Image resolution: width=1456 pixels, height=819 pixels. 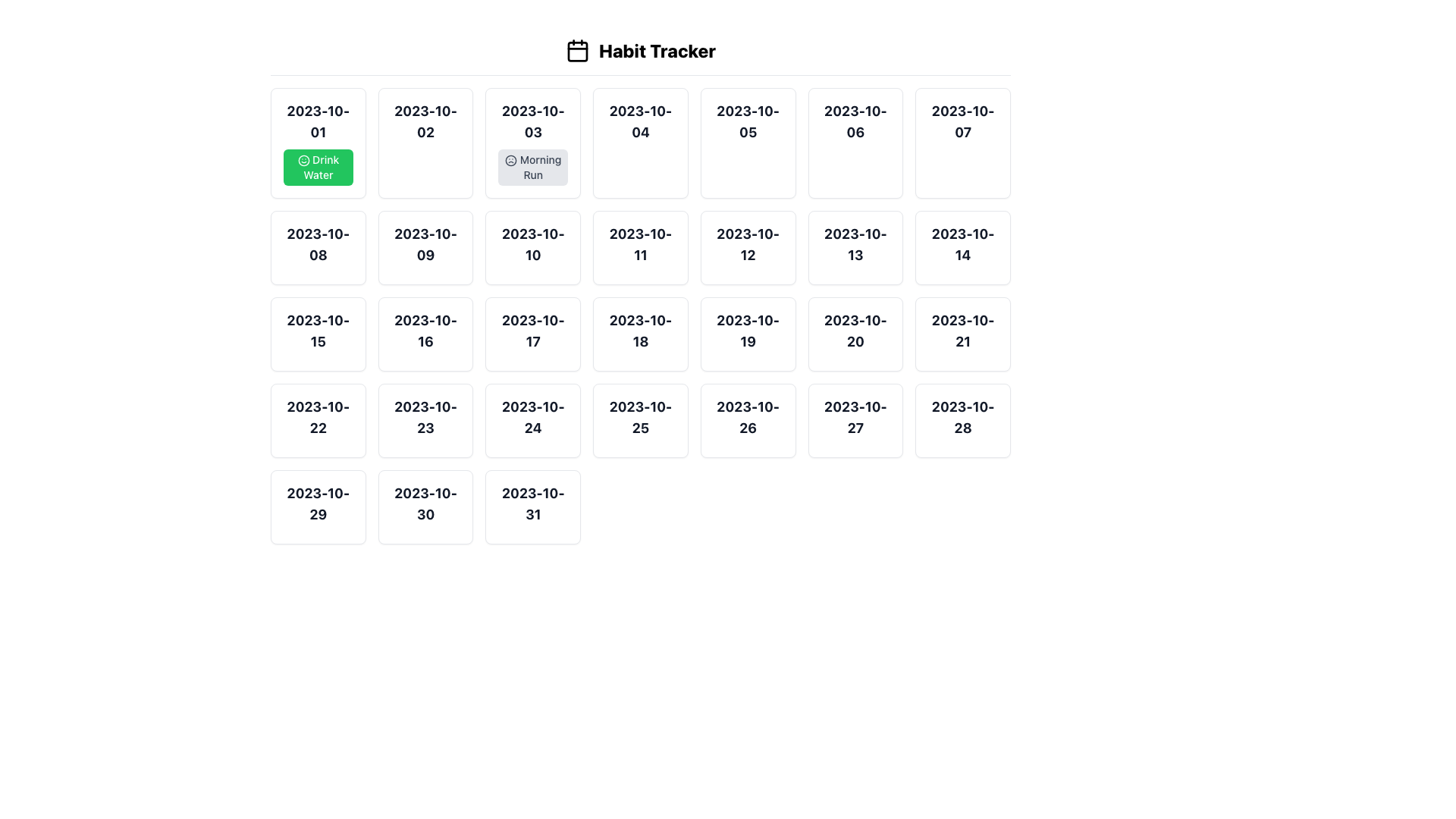 What do you see at coordinates (855, 121) in the screenshot?
I see `the bold date text '2023-10-06' located in the sixth cell of the first row in a grid layout` at bounding box center [855, 121].